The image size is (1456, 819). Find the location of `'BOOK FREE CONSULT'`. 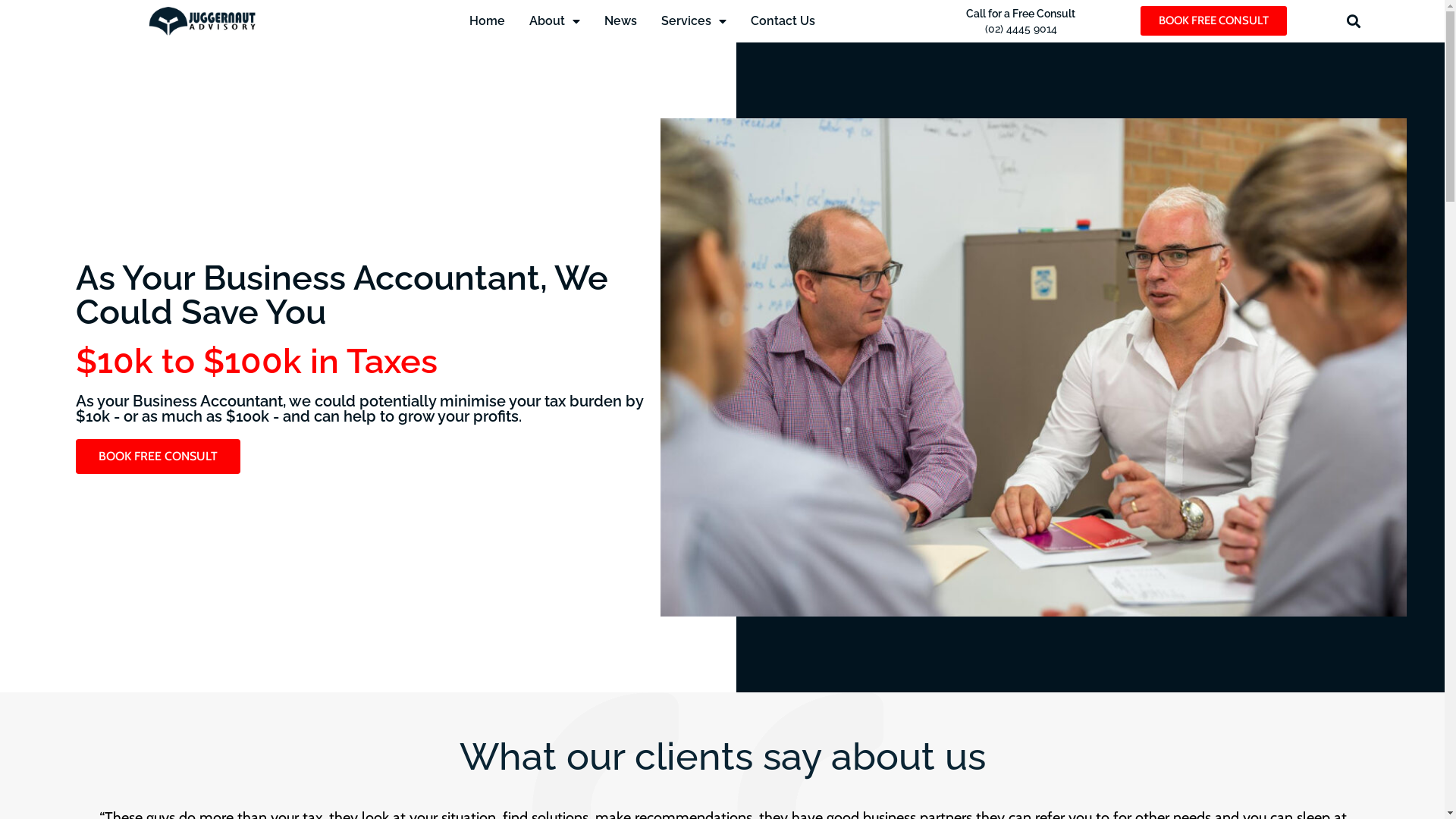

'BOOK FREE CONSULT' is located at coordinates (158, 455).